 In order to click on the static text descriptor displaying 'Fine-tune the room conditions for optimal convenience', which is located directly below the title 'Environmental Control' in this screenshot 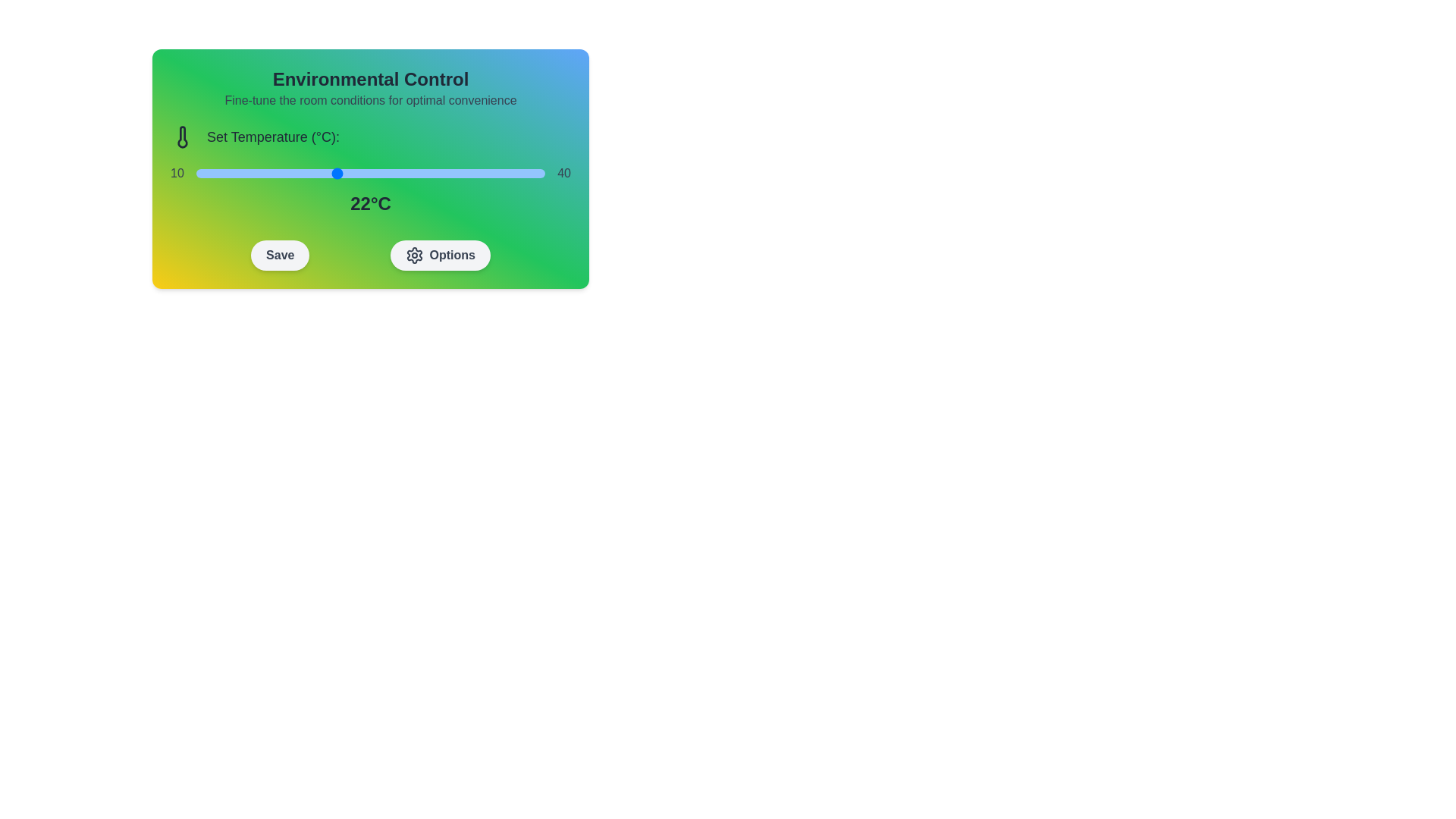, I will do `click(371, 100)`.